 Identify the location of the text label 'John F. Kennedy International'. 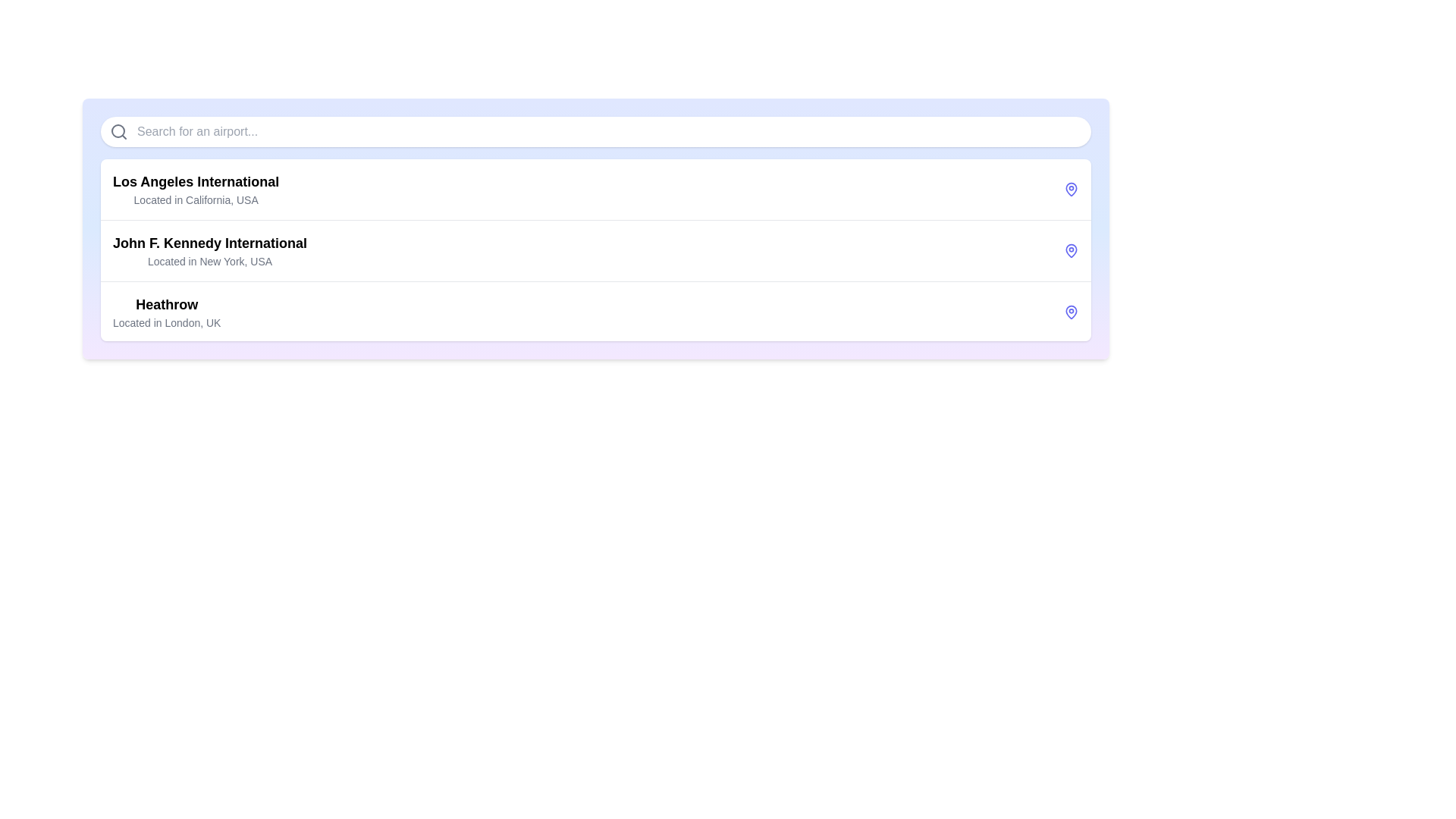
(209, 242).